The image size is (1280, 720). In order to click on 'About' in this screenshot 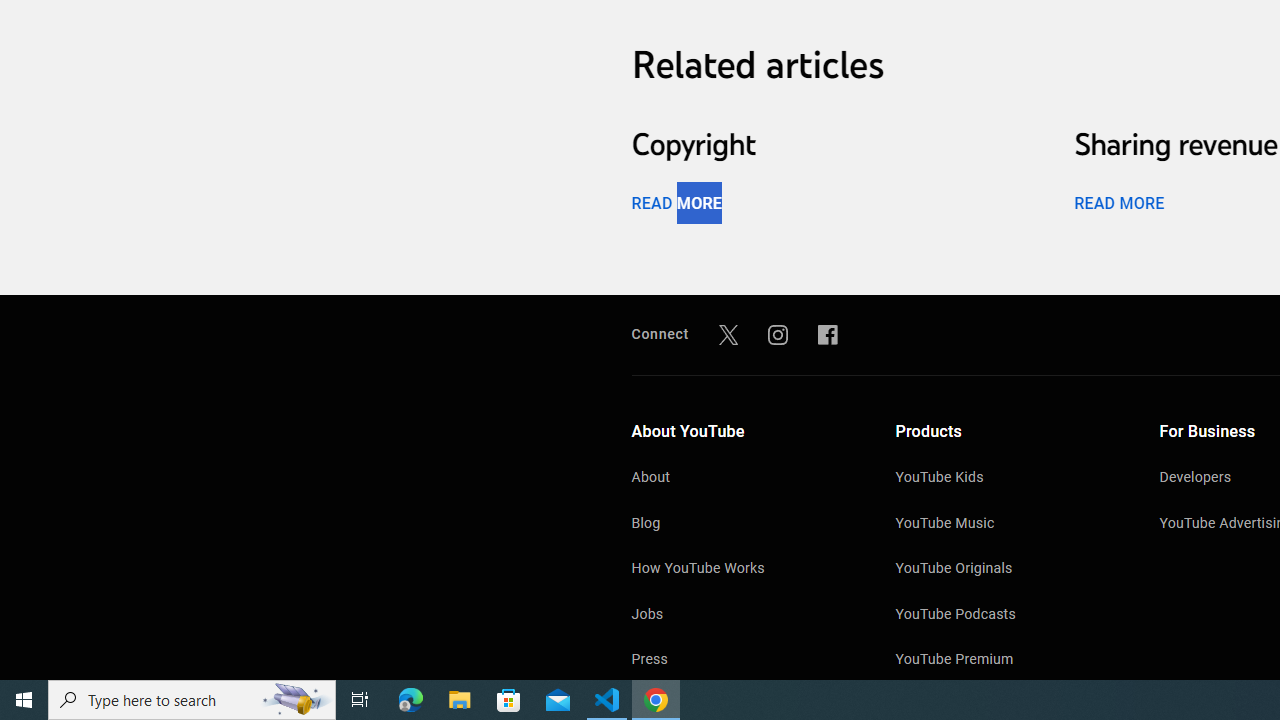, I will do `click(742, 479)`.